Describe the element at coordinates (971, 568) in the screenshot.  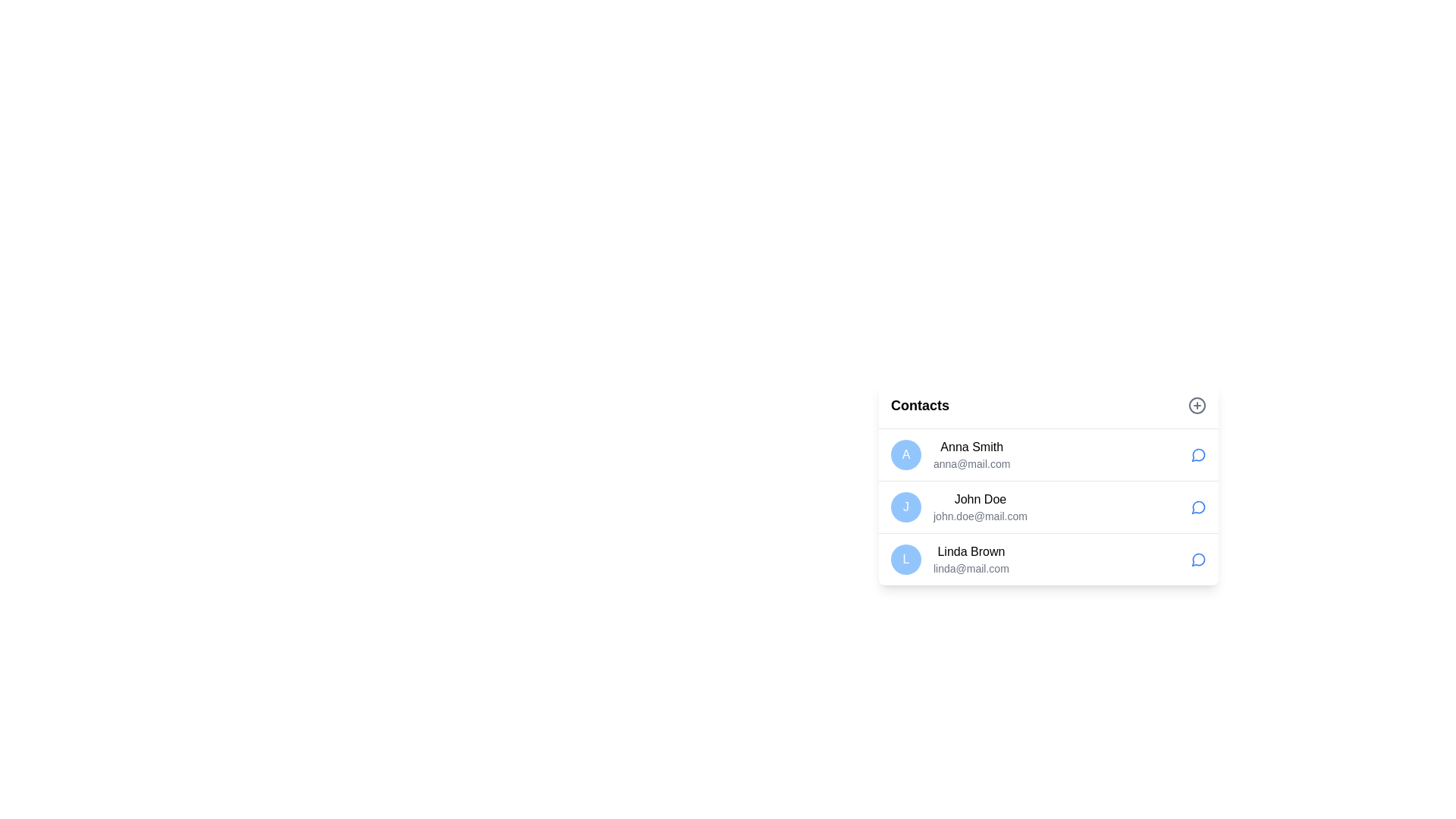
I see `text from the text label displaying 'linda@mail.com', which is positioned below the bold name 'Linda Brown' in the contact list` at that location.